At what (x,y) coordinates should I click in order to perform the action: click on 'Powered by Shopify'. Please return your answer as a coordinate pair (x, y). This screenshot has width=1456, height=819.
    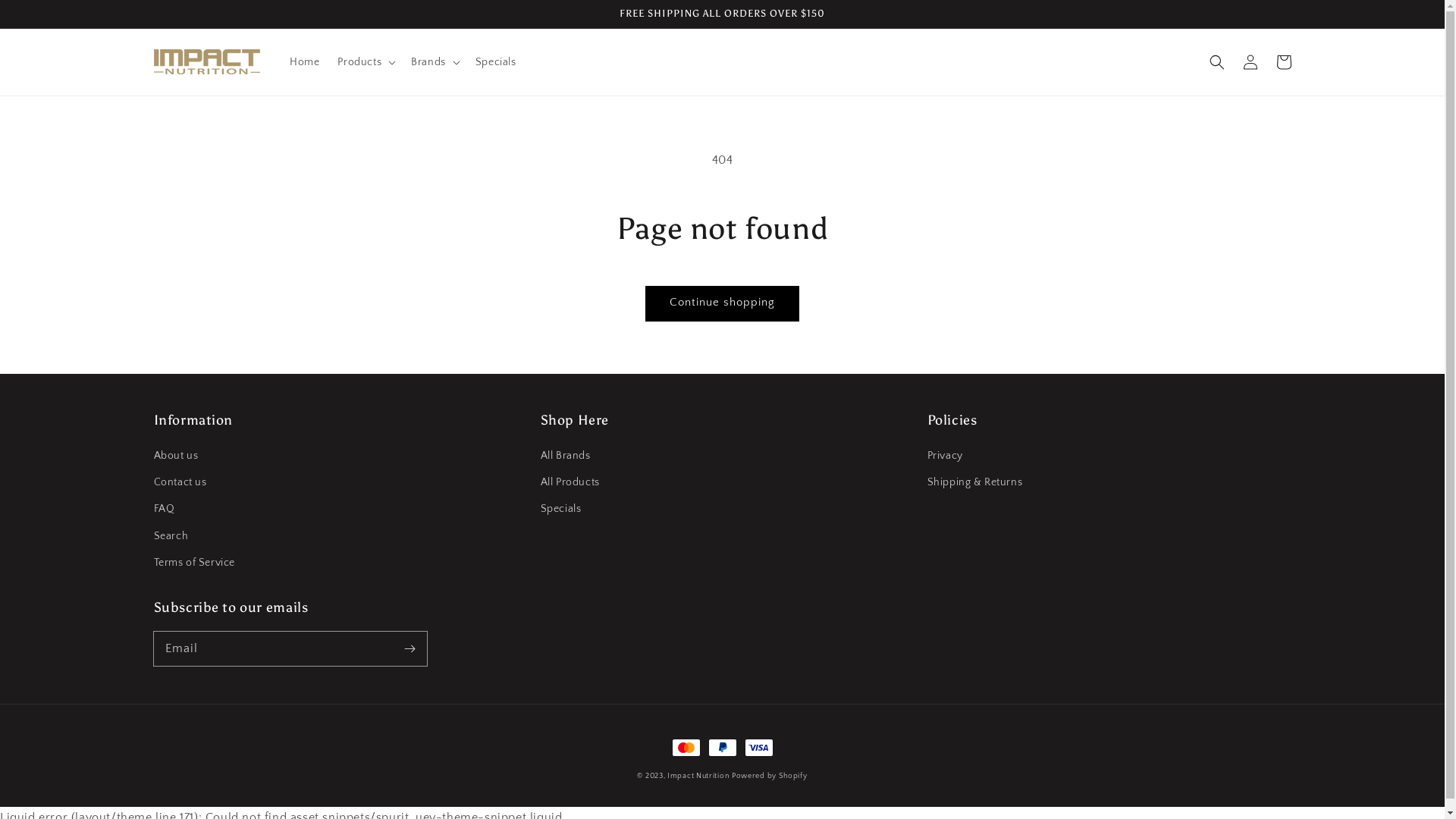
    Looking at the image, I should click on (731, 776).